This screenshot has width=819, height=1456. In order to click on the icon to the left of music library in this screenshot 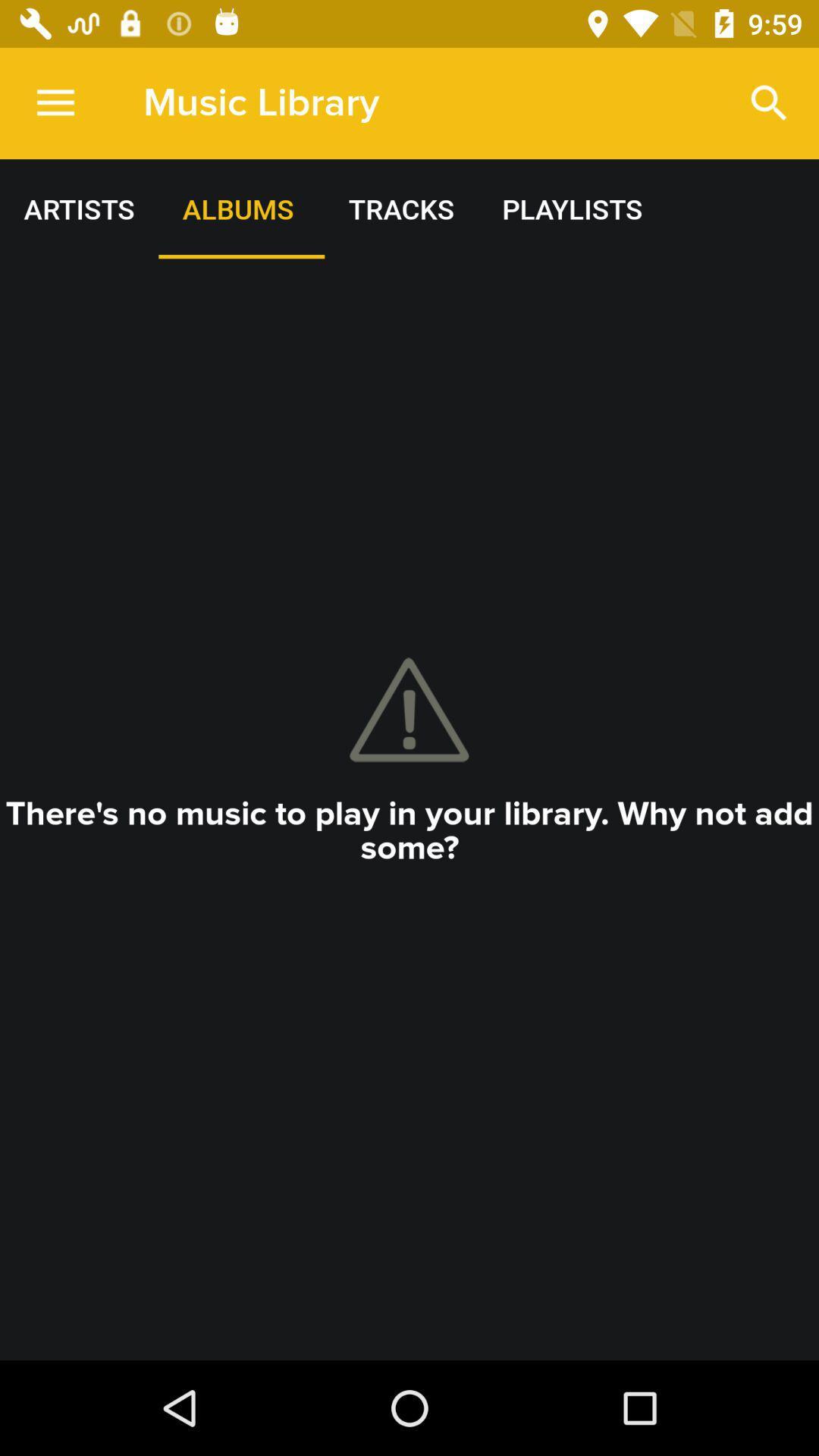, I will do `click(55, 102)`.